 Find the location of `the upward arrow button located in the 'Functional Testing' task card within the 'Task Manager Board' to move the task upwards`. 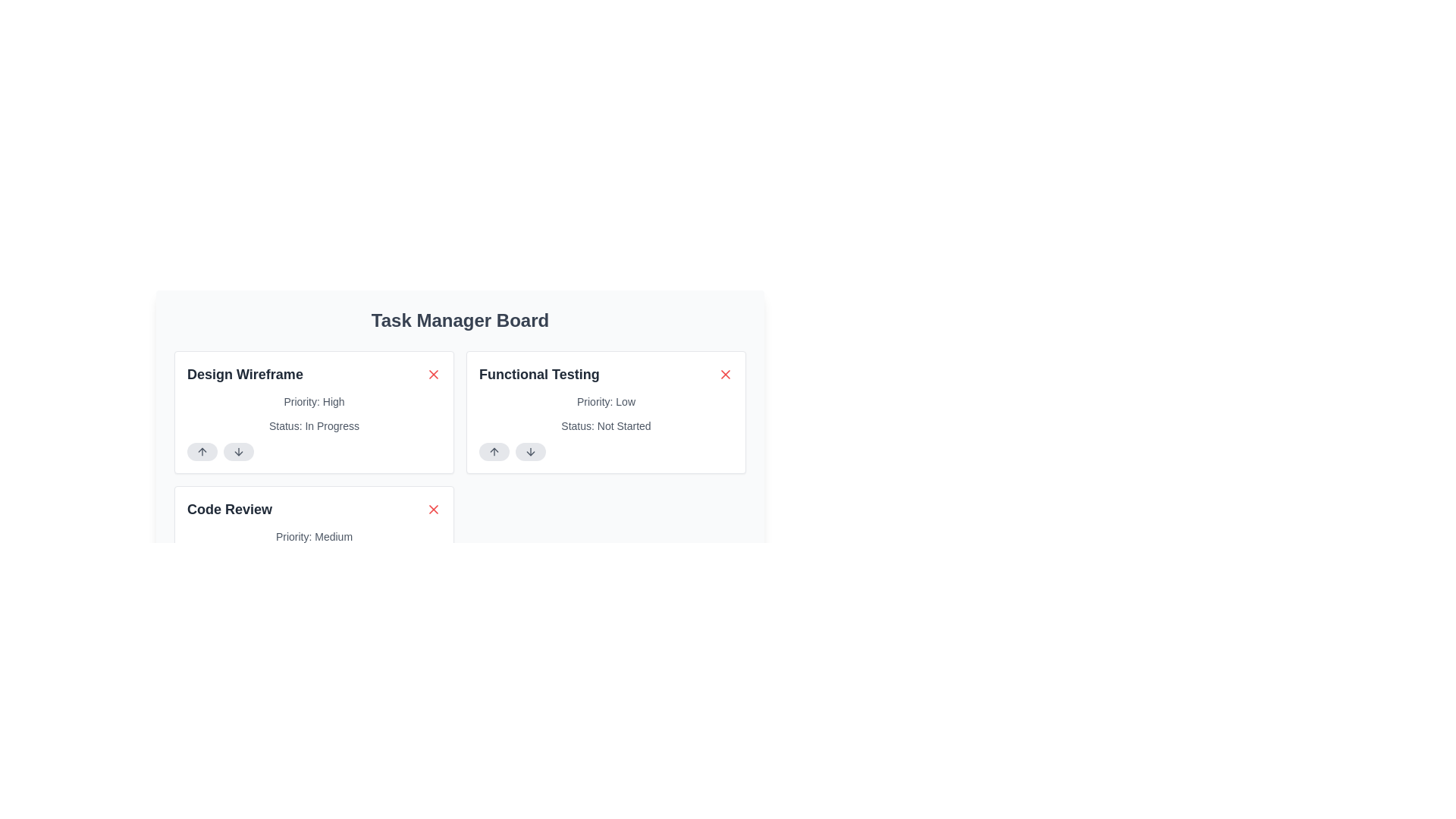

the upward arrow button located in the 'Functional Testing' task card within the 'Task Manager Board' to move the task upwards is located at coordinates (494, 451).